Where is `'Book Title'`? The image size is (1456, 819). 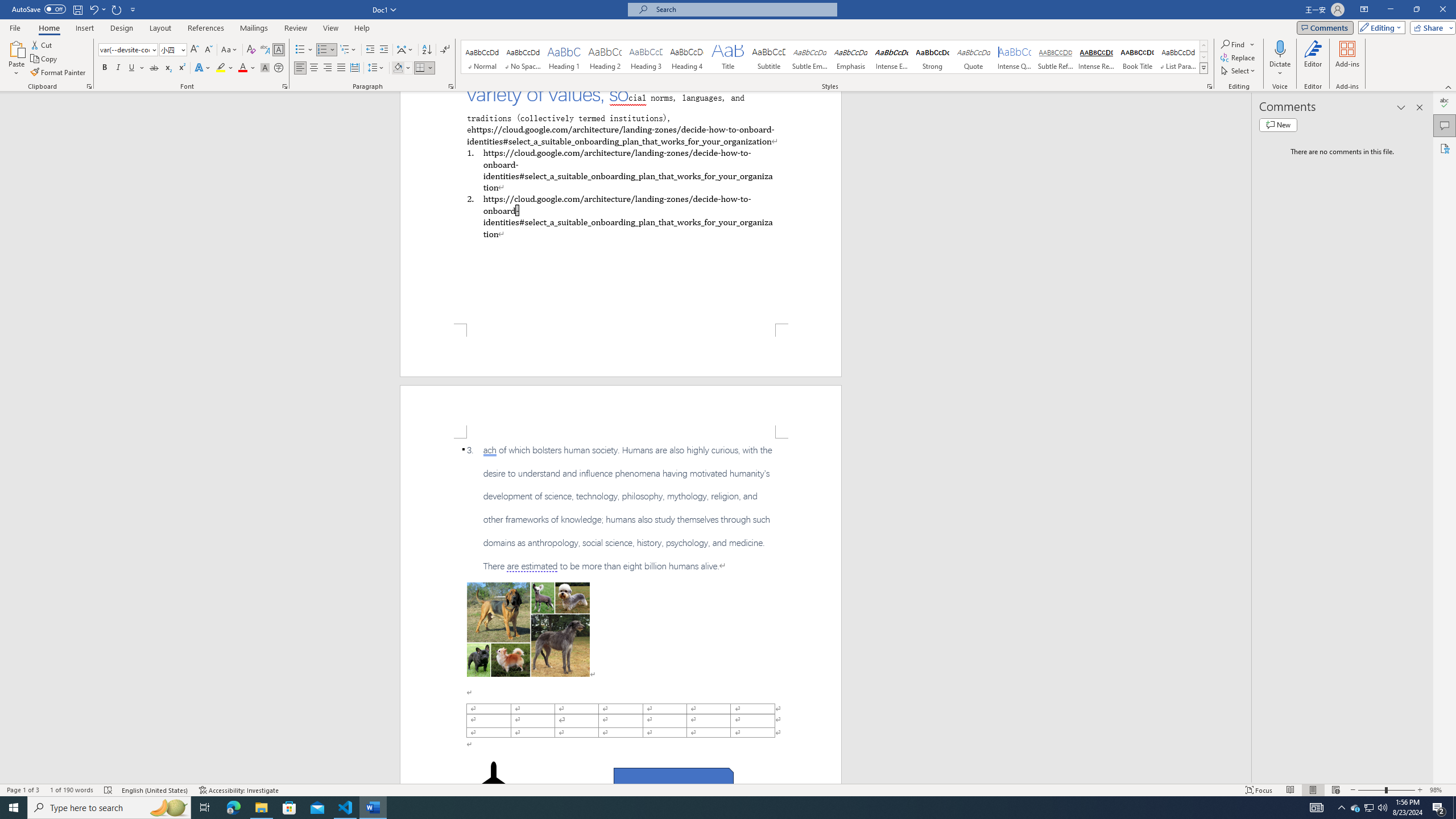
'Book Title' is located at coordinates (1136, 56).